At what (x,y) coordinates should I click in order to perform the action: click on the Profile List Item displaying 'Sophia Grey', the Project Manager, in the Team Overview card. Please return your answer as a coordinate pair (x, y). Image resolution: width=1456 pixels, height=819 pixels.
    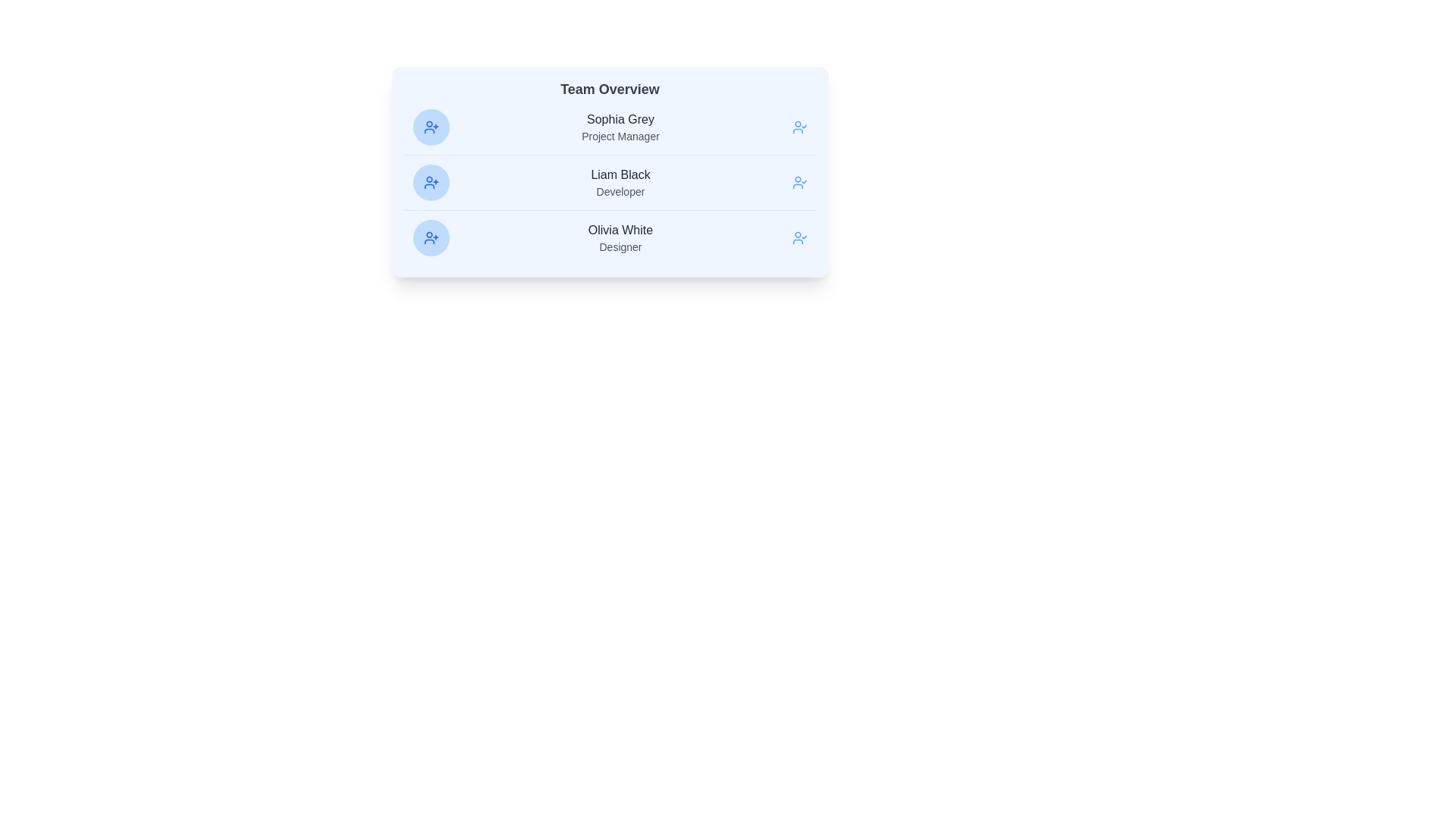
    Looking at the image, I should click on (610, 127).